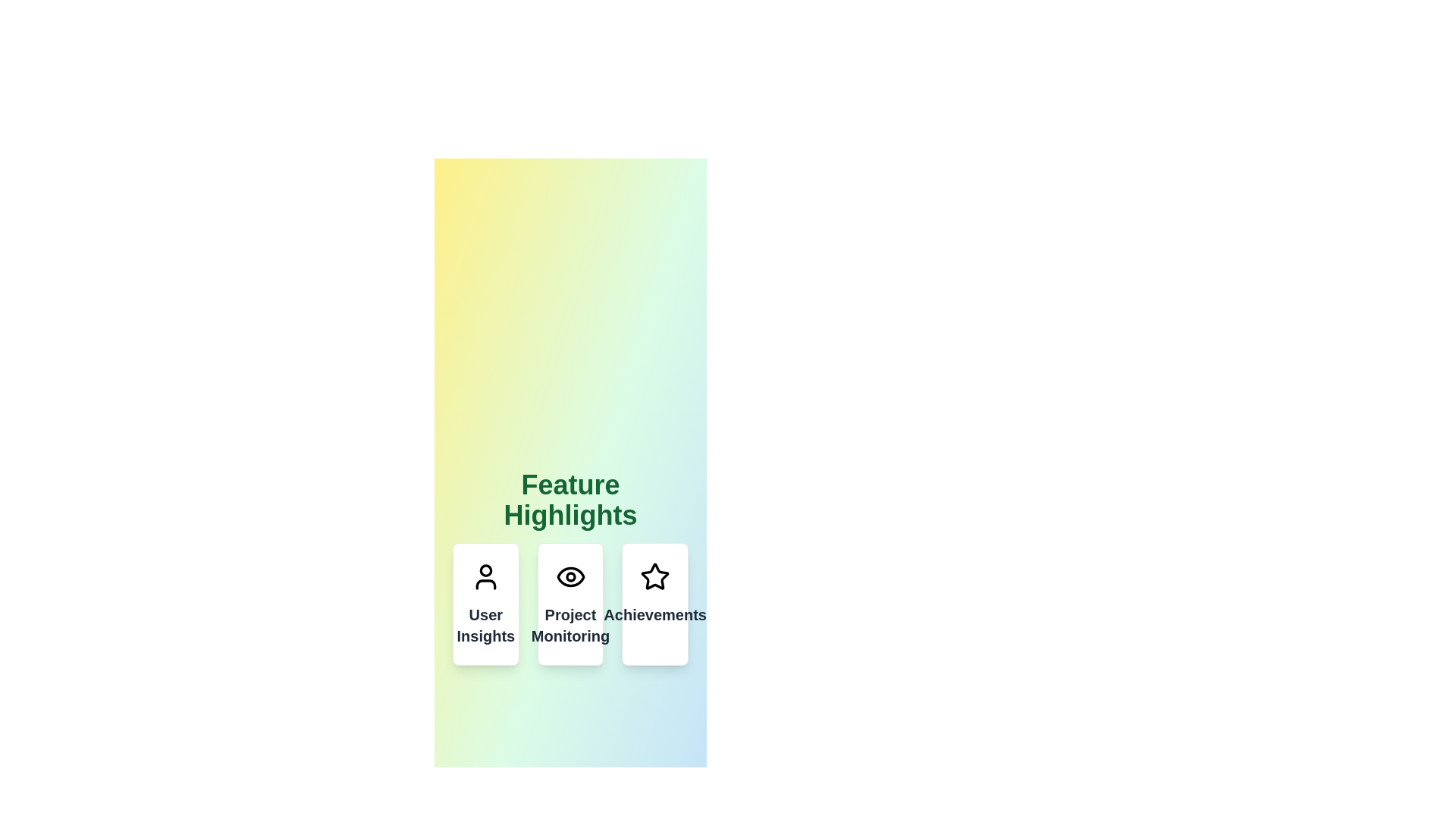 This screenshot has width=1456, height=819. What do you see at coordinates (485, 576) in the screenshot?
I see `the user profile icon located at the top of the 'User Insights' card, which serves as a visual indicator for user-related features` at bounding box center [485, 576].